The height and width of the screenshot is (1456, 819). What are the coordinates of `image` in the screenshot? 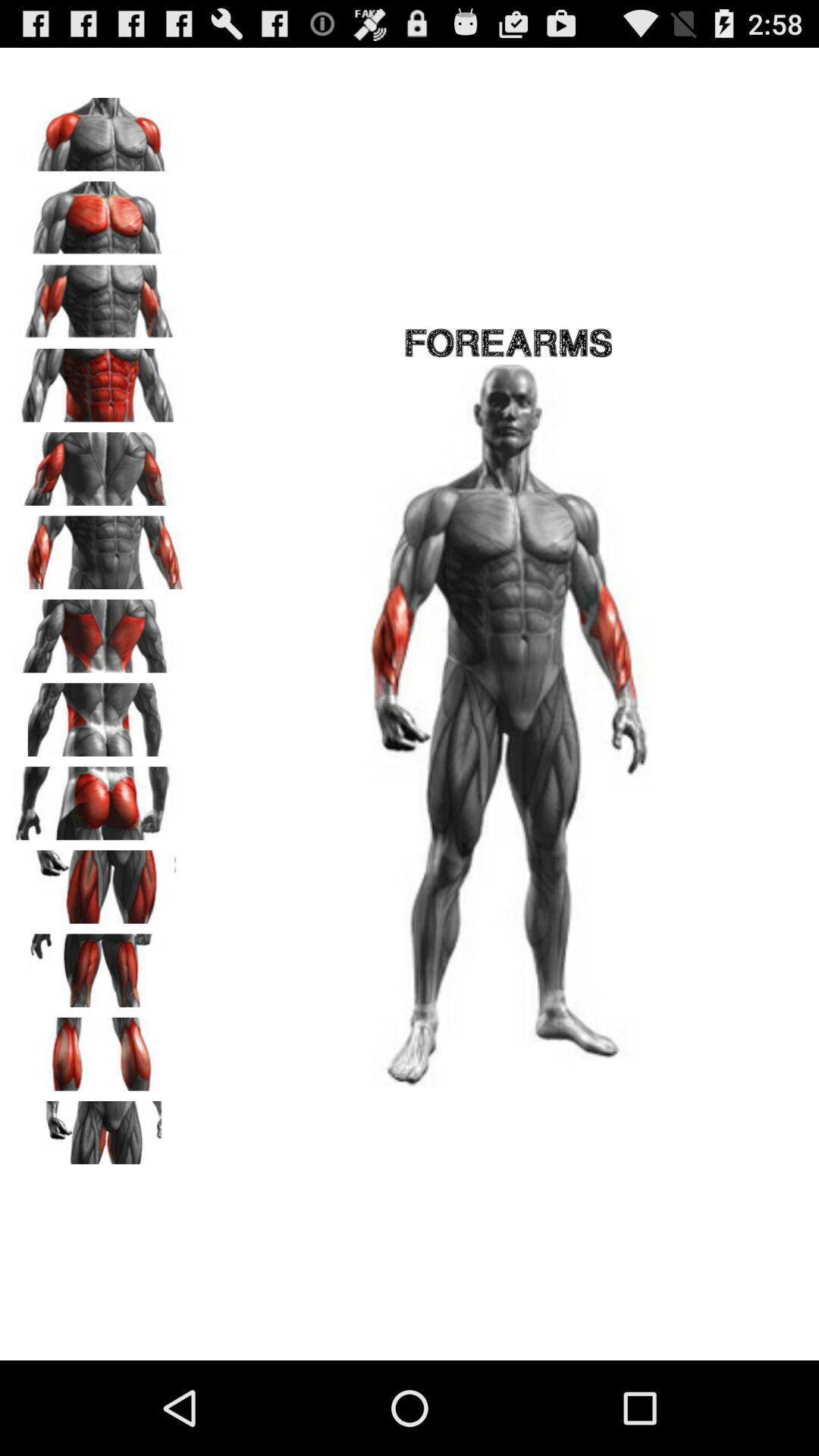 It's located at (99, 463).